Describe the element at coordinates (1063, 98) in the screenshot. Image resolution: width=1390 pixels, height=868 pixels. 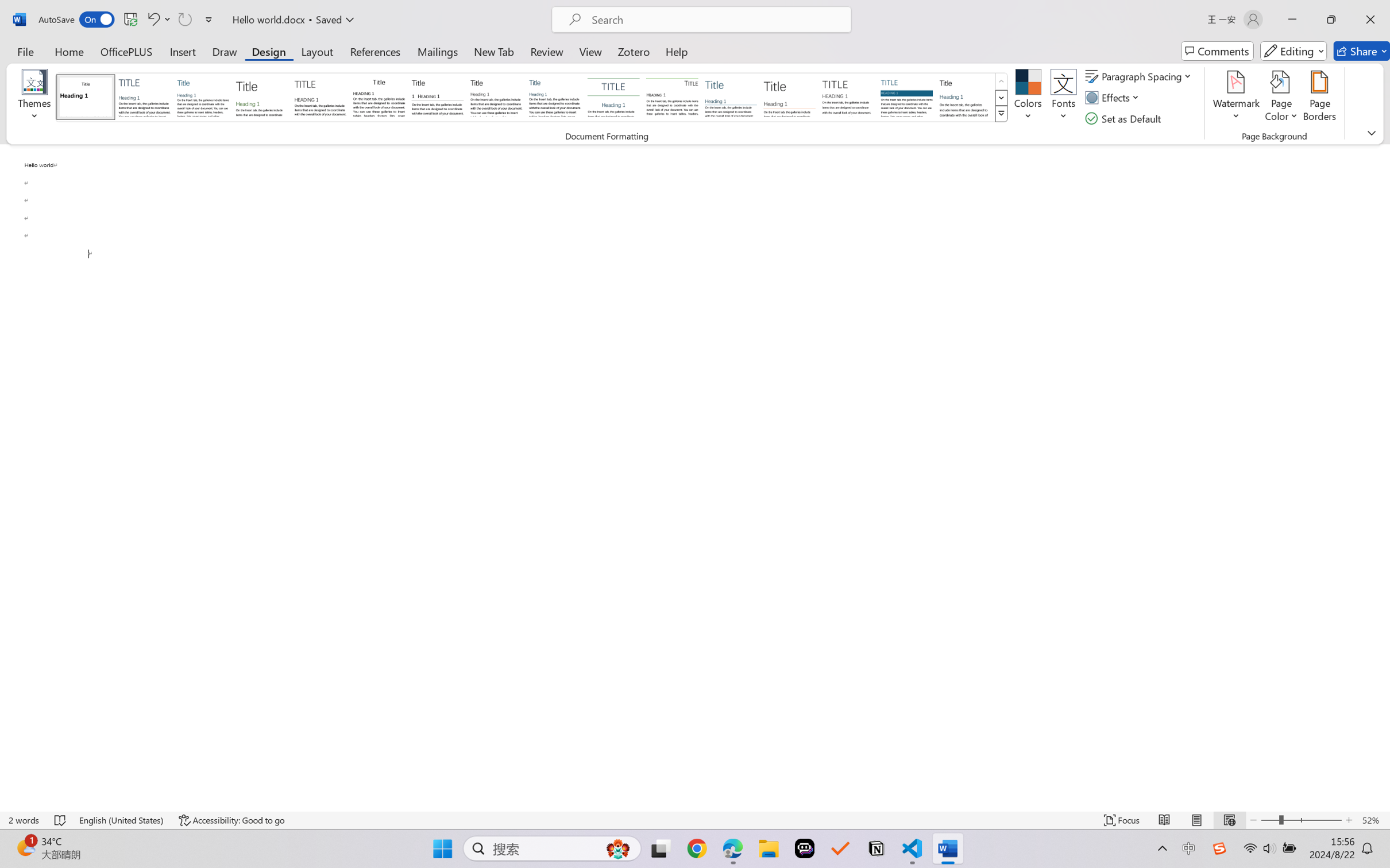
I see `'Fonts'` at that location.